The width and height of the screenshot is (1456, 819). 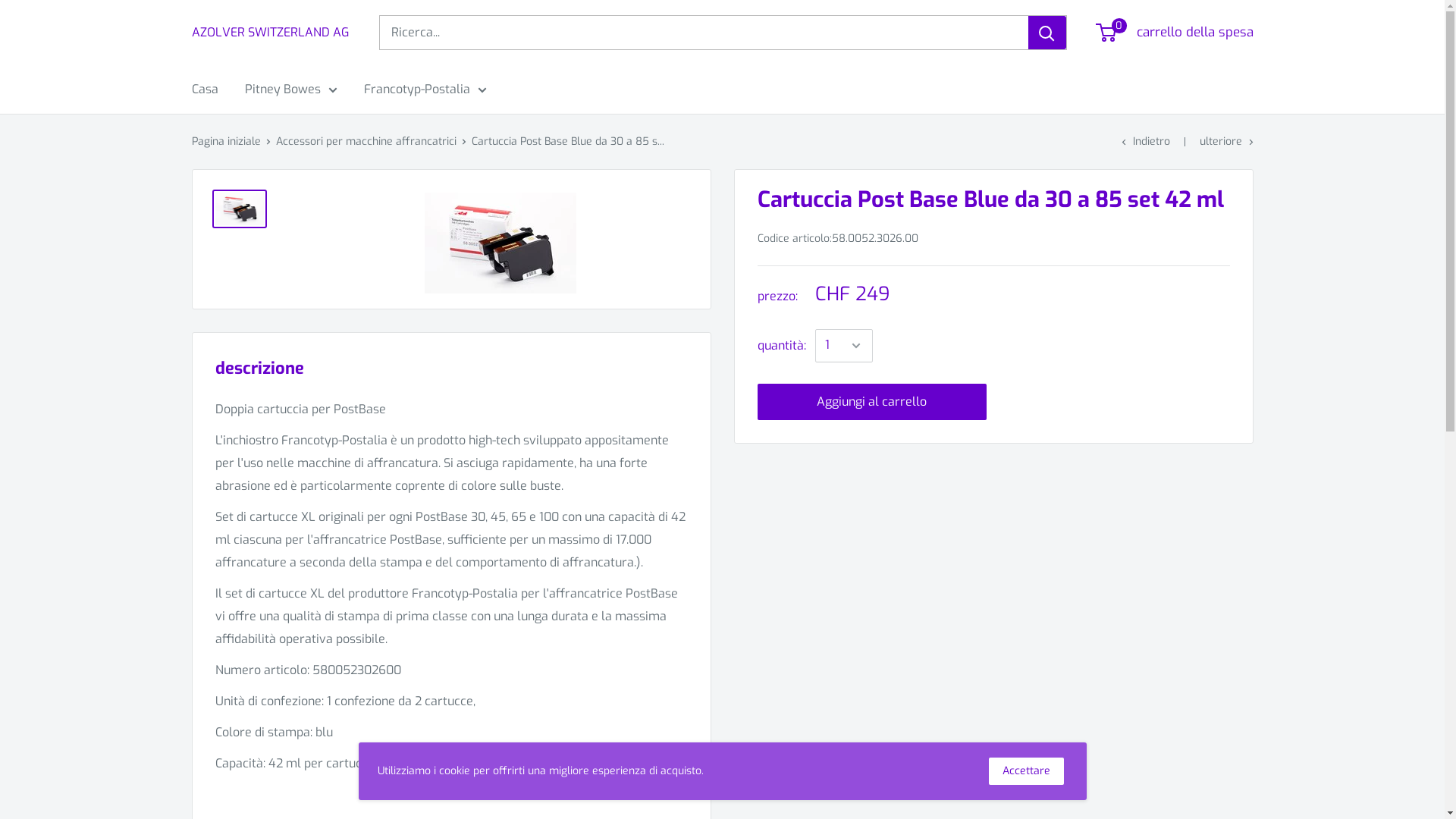 What do you see at coordinates (190, 89) in the screenshot?
I see `'Casa'` at bounding box center [190, 89].